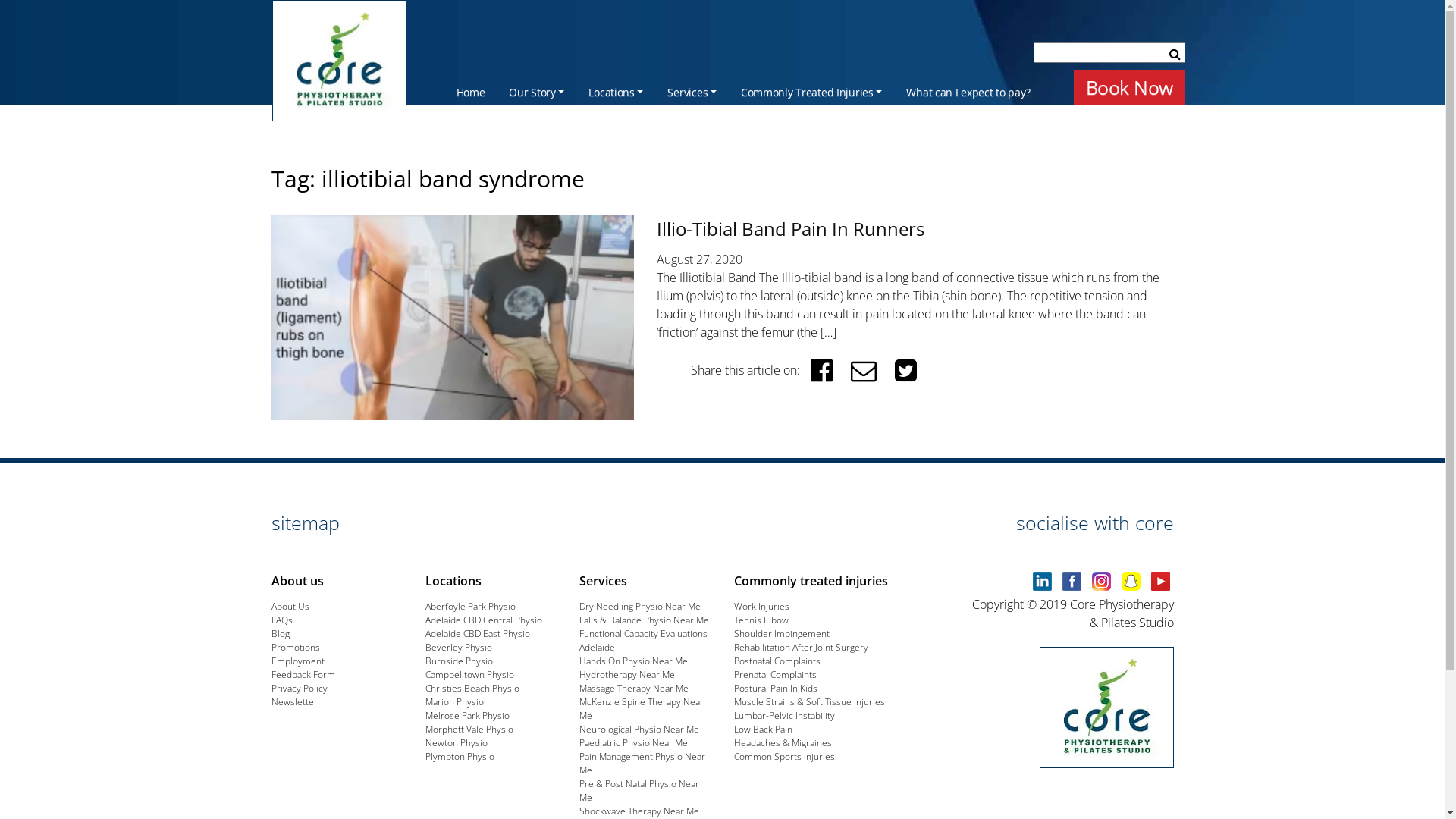  What do you see at coordinates (784, 715) in the screenshot?
I see `'Lumbar-Pelvic Instability'` at bounding box center [784, 715].